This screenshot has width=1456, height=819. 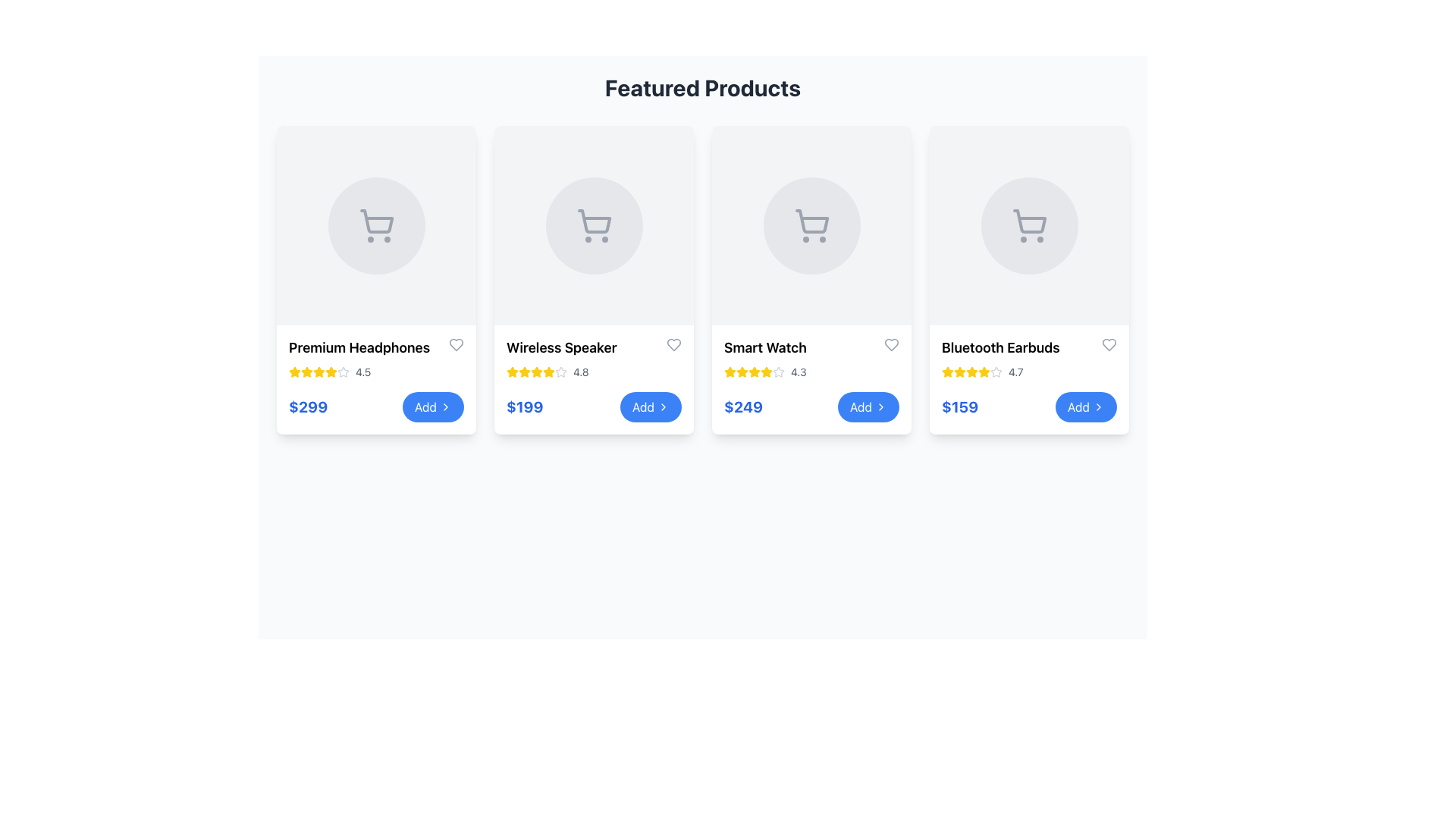 I want to click on the sixth star icon representing part of the user rating for the 'Premium Headphones' product card in the first column of the product grid, so click(x=330, y=372).